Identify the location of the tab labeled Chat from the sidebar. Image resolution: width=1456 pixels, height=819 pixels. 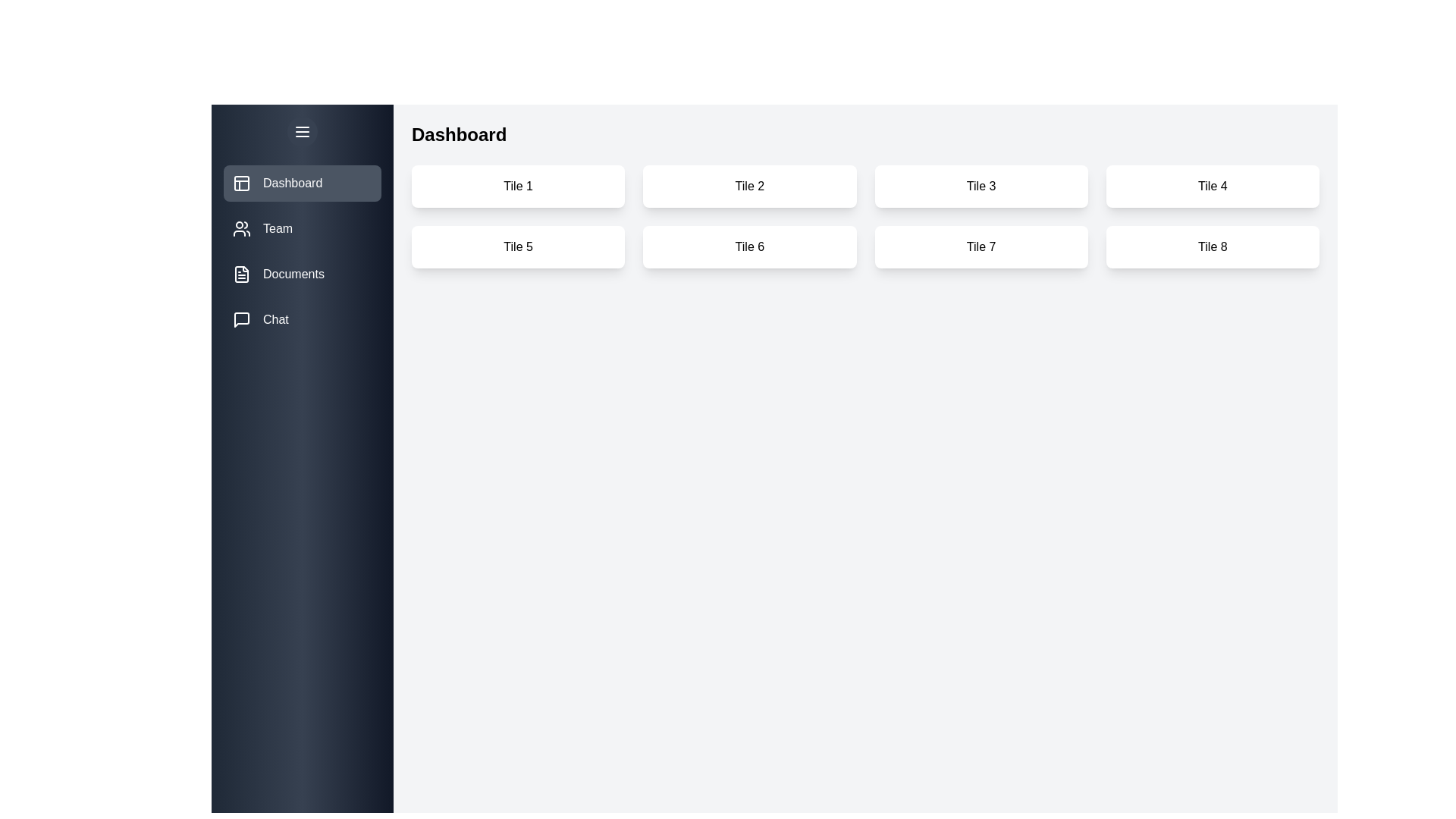
(302, 318).